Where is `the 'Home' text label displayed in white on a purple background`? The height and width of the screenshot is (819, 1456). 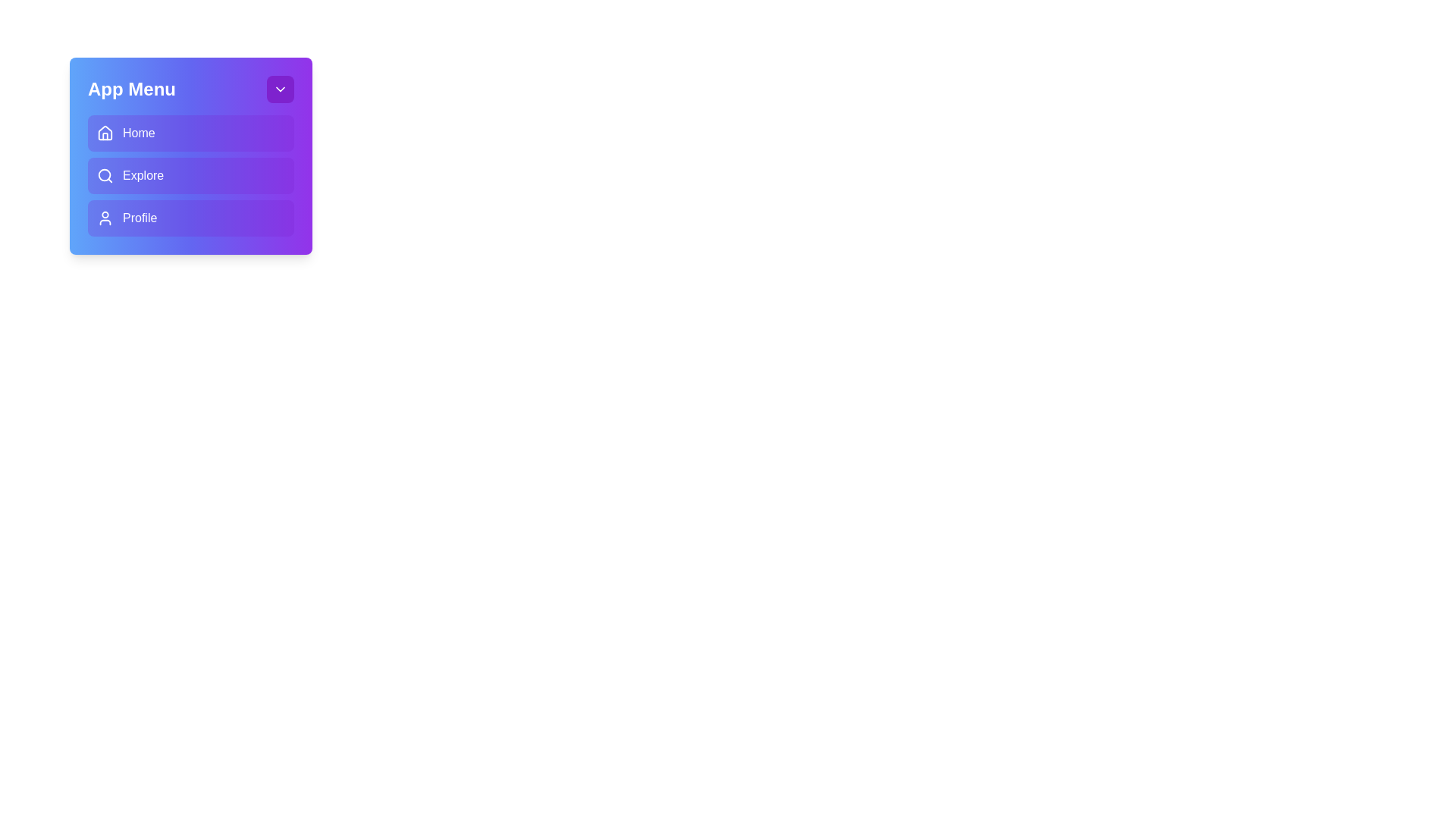
the 'Home' text label displayed in white on a purple background is located at coordinates (139, 133).